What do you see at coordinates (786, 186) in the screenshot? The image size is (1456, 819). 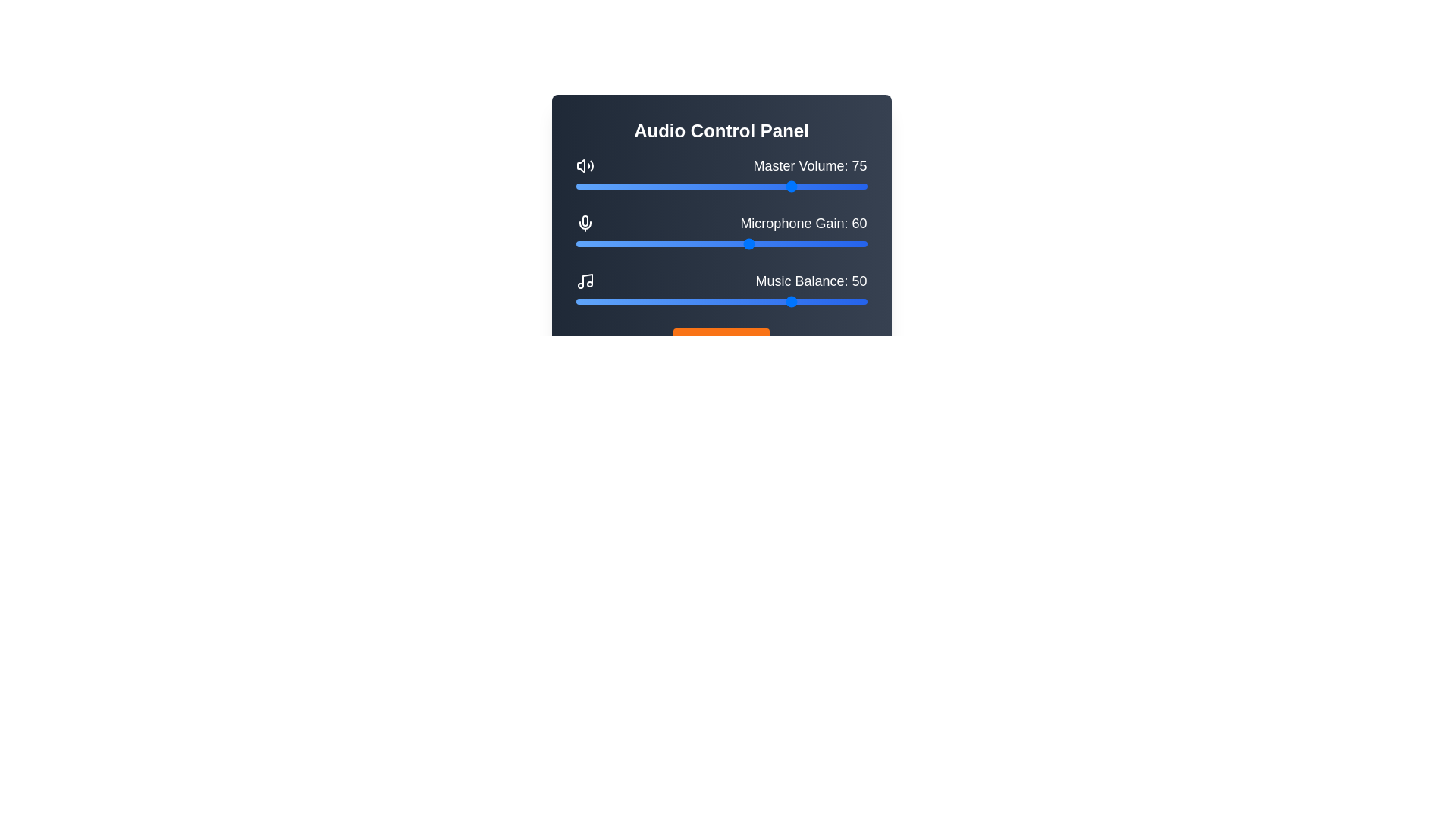 I see `the Master Volume slider to 72 percent` at bounding box center [786, 186].